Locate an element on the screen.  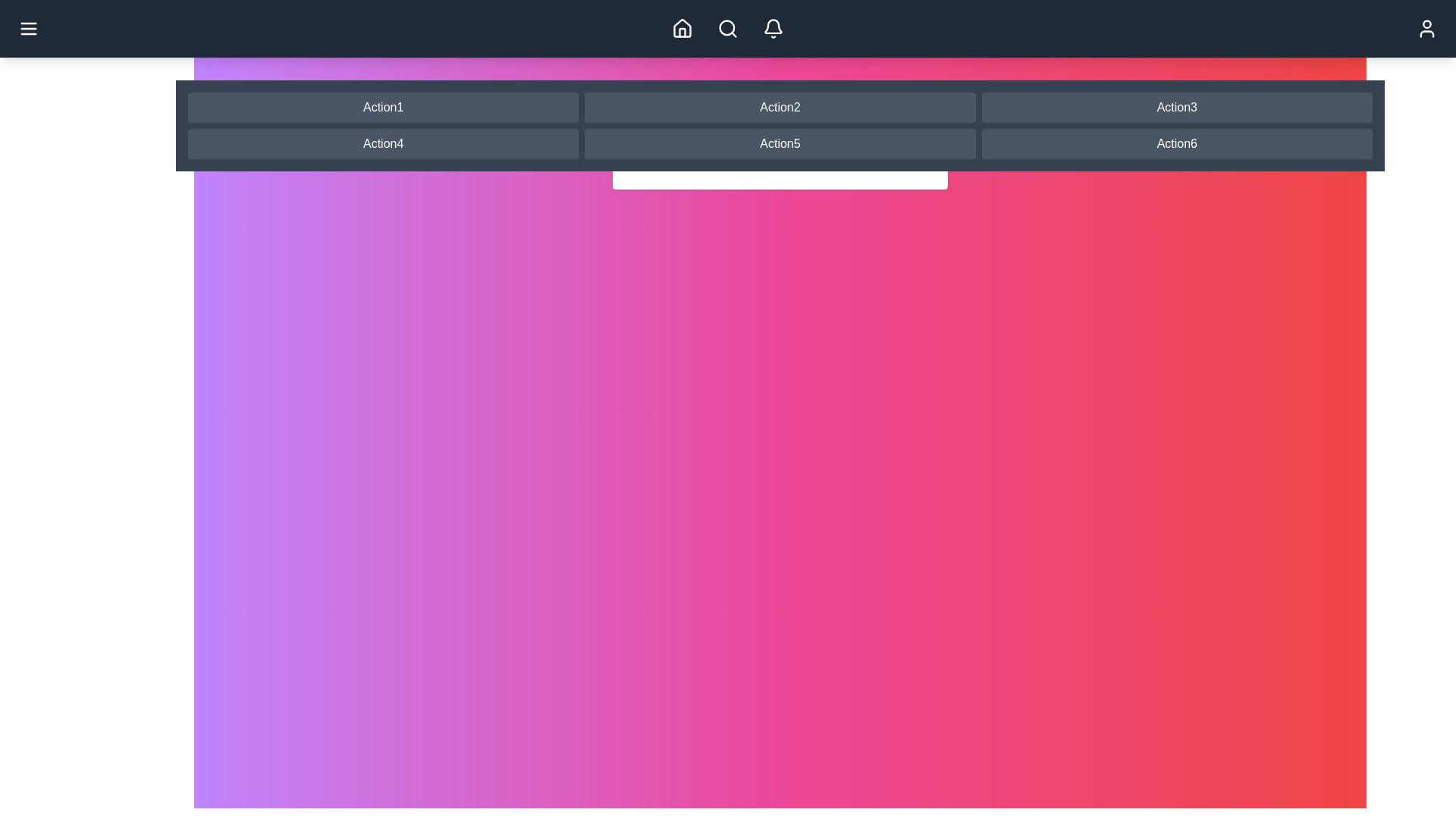
the navigation button labeled Action5 is located at coordinates (779, 143).